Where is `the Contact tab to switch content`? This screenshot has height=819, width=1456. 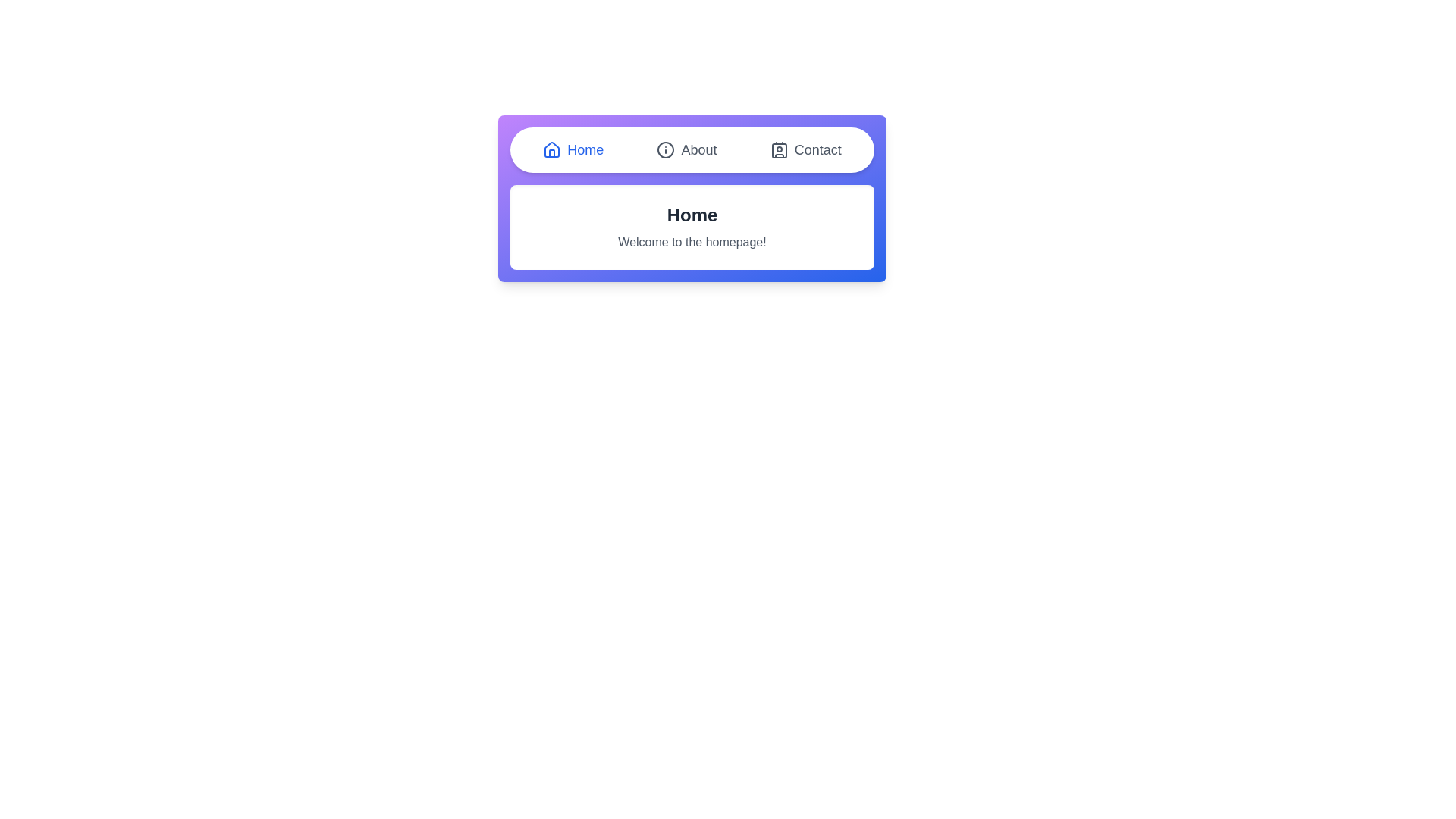 the Contact tab to switch content is located at coordinates (805, 149).